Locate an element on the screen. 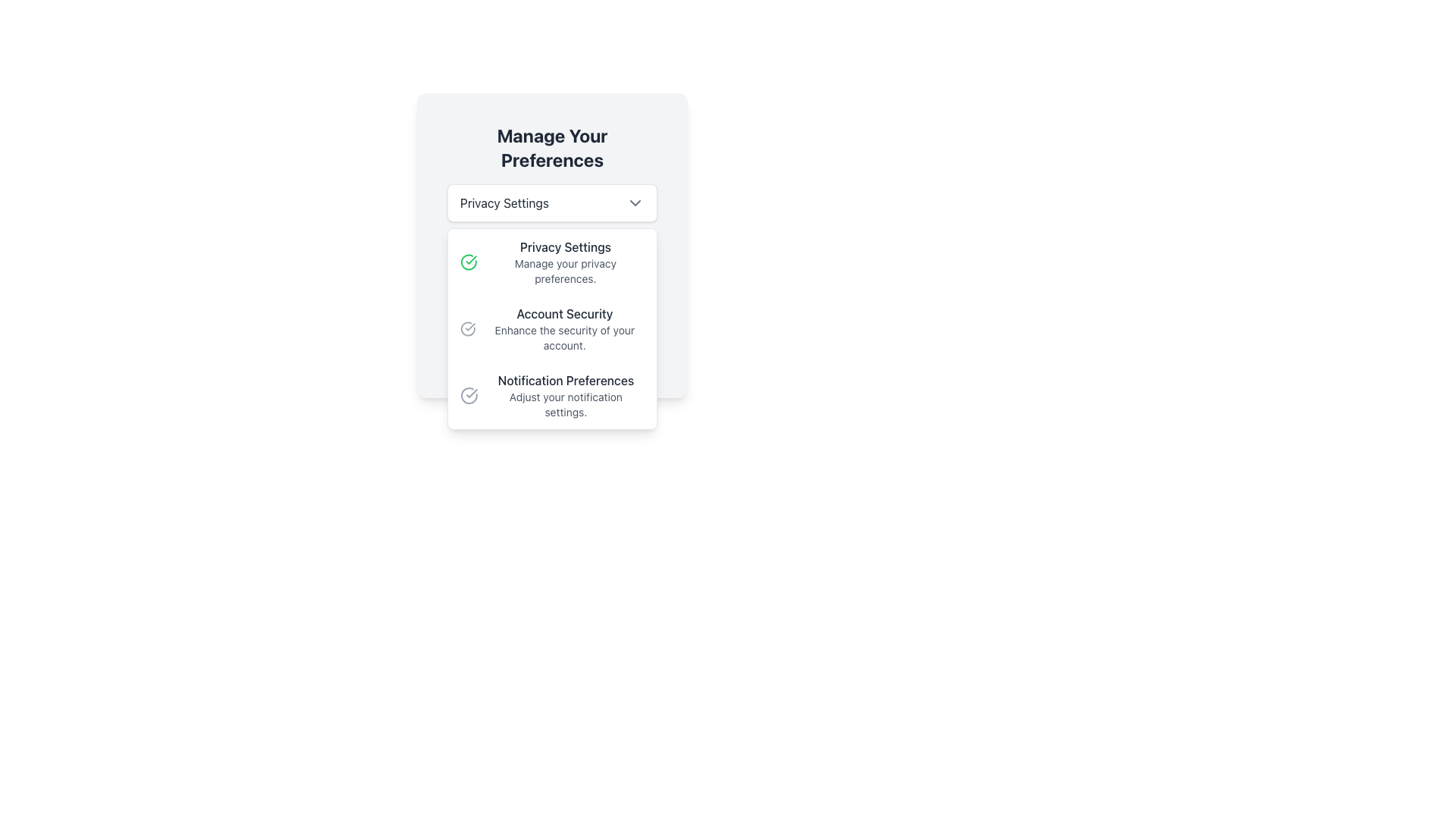 Image resolution: width=1456 pixels, height=819 pixels. the Info Box with a light green background and a left-aligned green border, which contains the text 'Current Selection:' and 'Manage your privacy preferences.' is located at coordinates (551, 280).